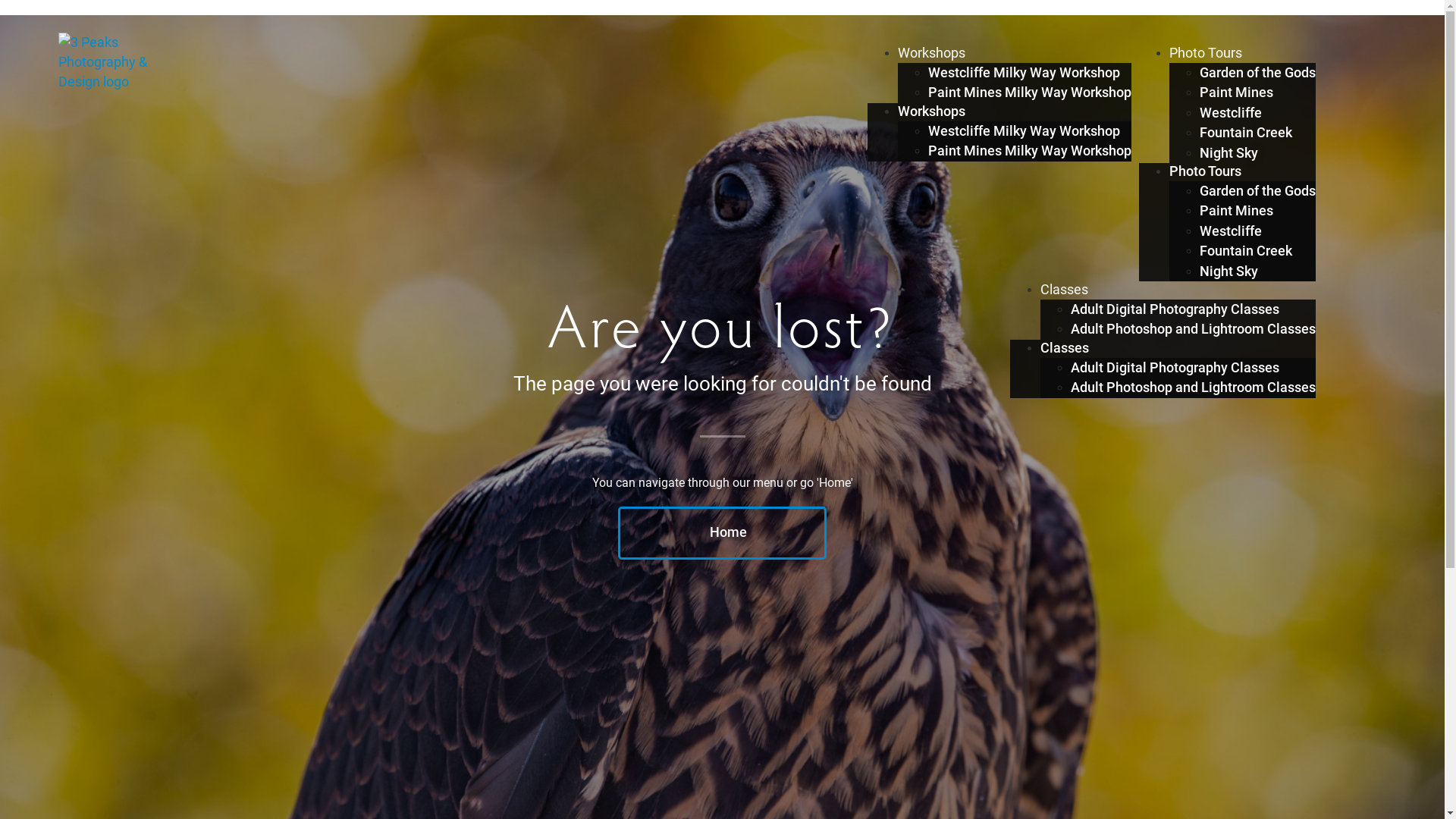 The width and height of the screenshot is (1456, 819). What do you see at coordinates (1024, 73) in the screenshot?
I see `'Westcliffe Milky Way Workshop'` at bounding box center [1024, 73].